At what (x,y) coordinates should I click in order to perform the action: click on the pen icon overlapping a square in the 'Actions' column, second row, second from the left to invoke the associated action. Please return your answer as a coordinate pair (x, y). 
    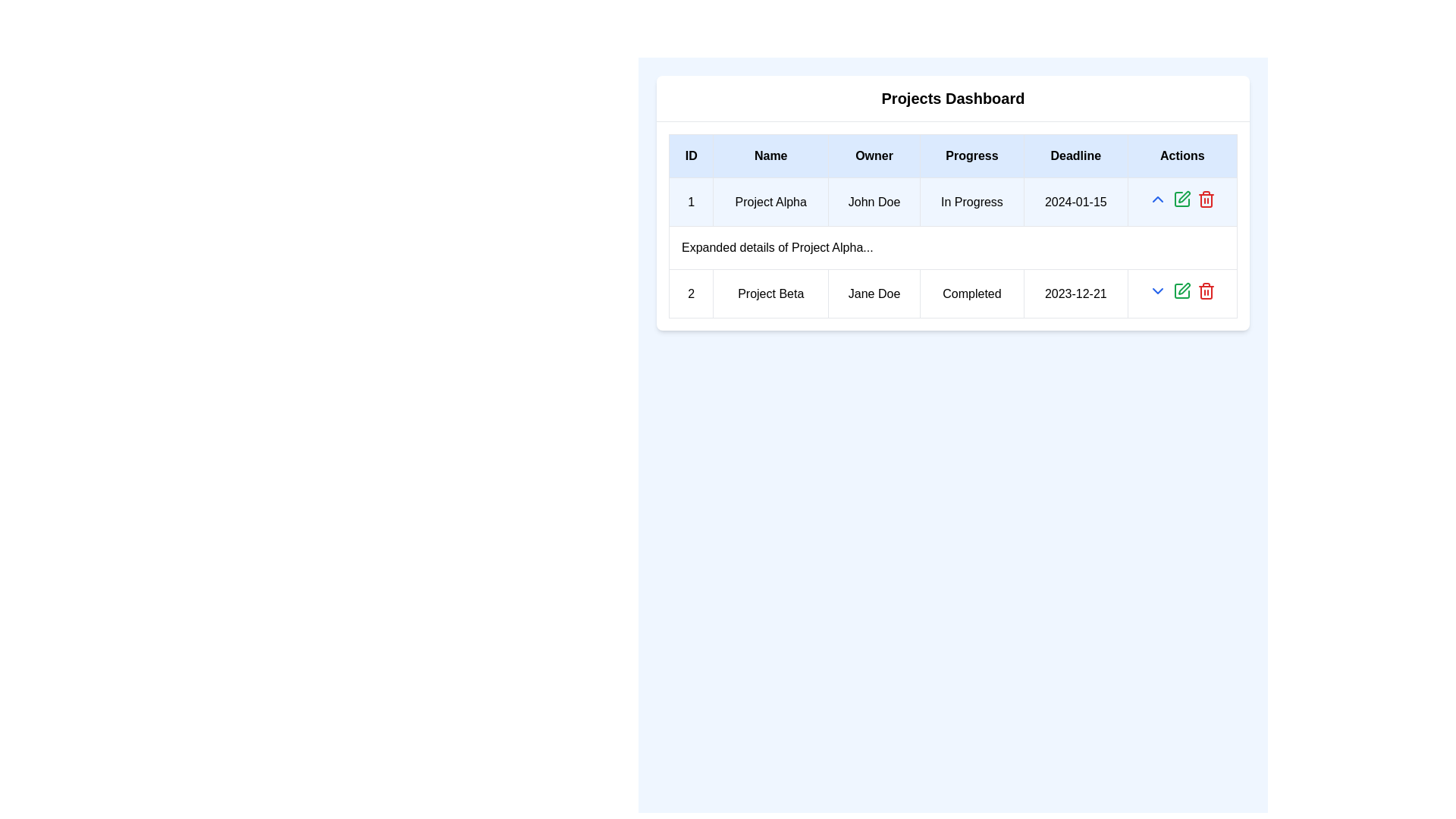
    Looking at the image, I should click on (1184, 289).